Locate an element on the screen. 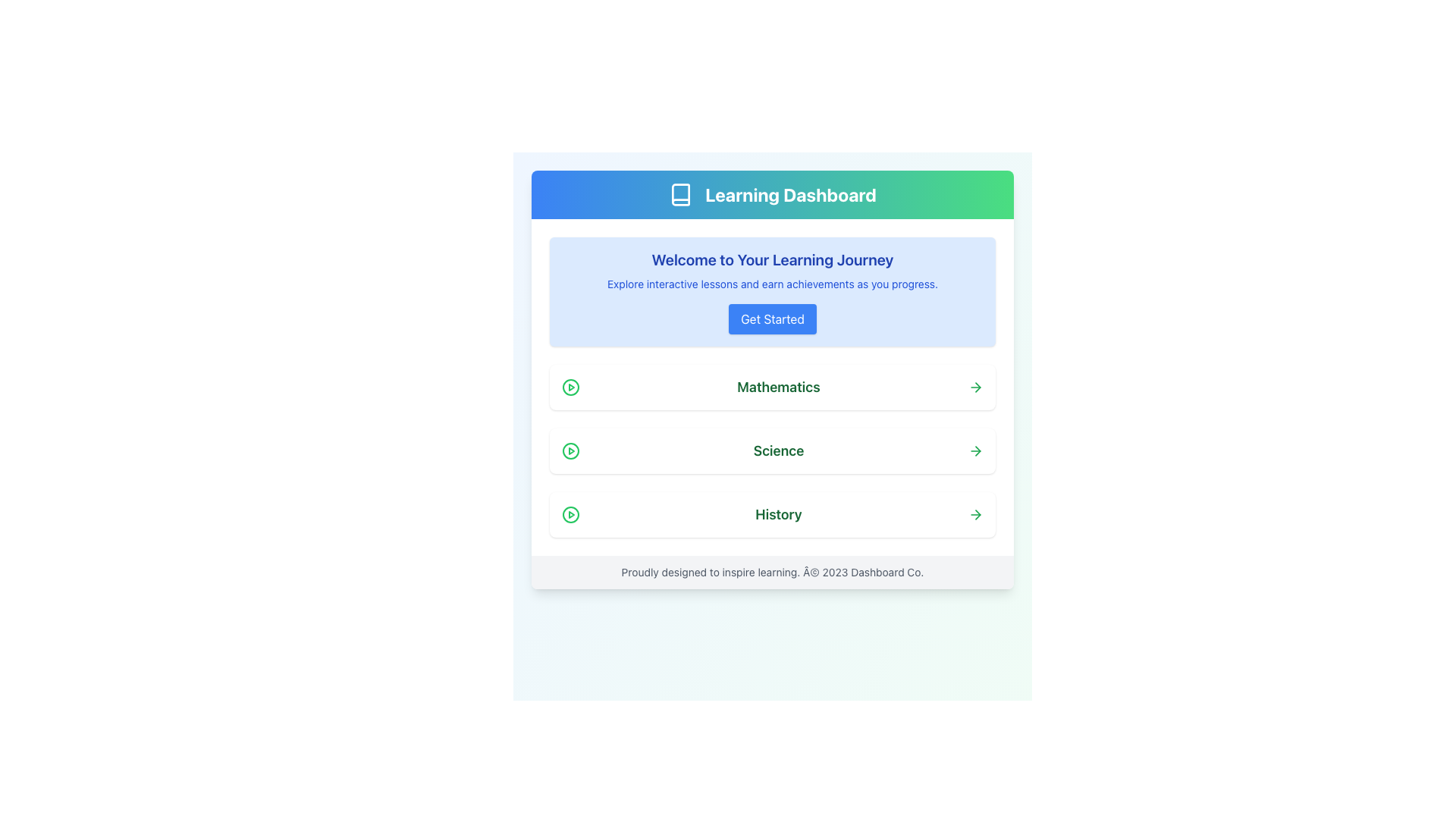 This screenshot has height=819, width=1456. the right-pointing Arrow Icon located to the right of the 'Science' list item in the content section of the dashboard to proceed to details or lessons related to the 'Science' topic is located at coordinates (977, 450).